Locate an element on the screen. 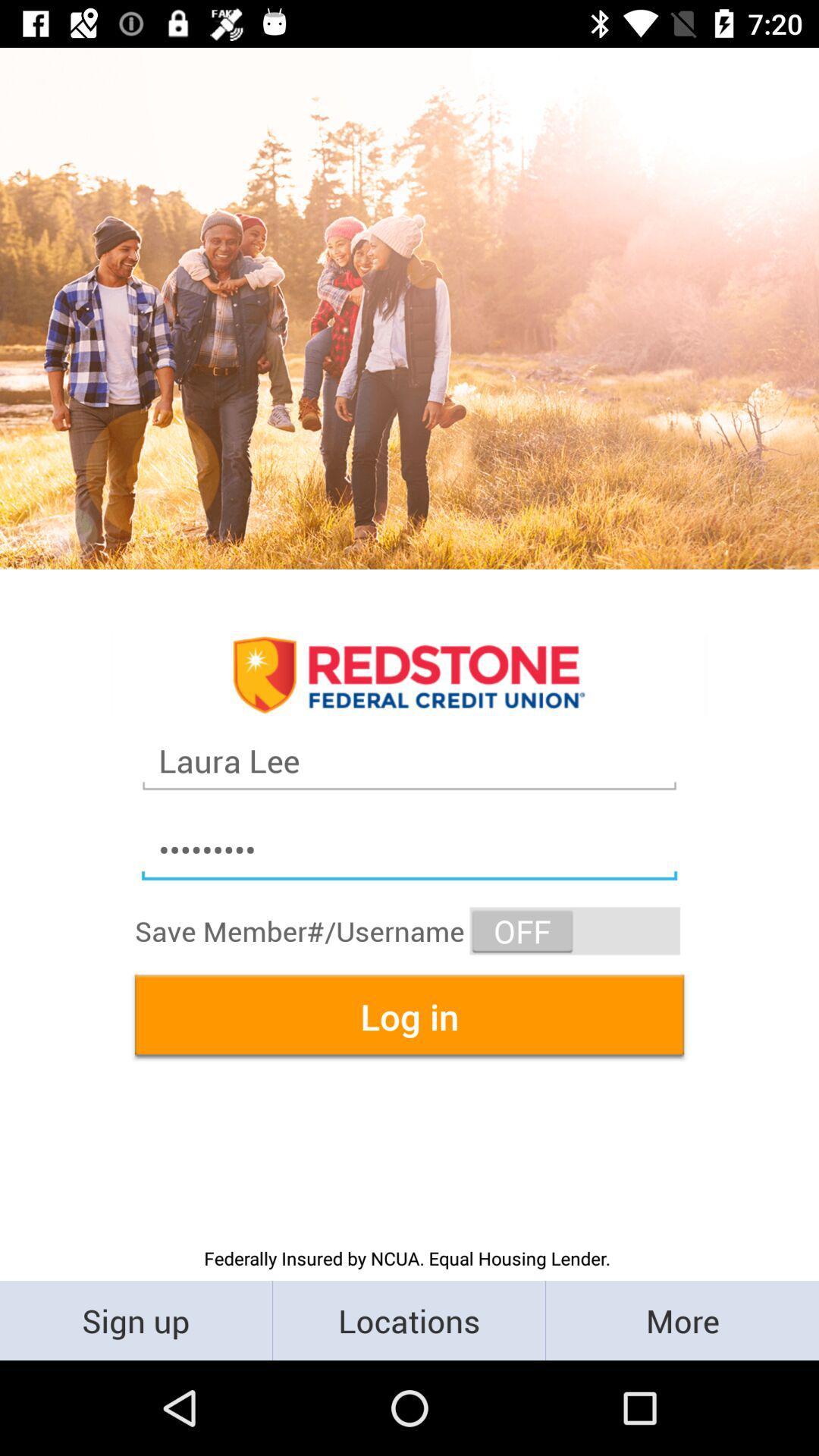  item on the right is located at coordinates (575, 930).